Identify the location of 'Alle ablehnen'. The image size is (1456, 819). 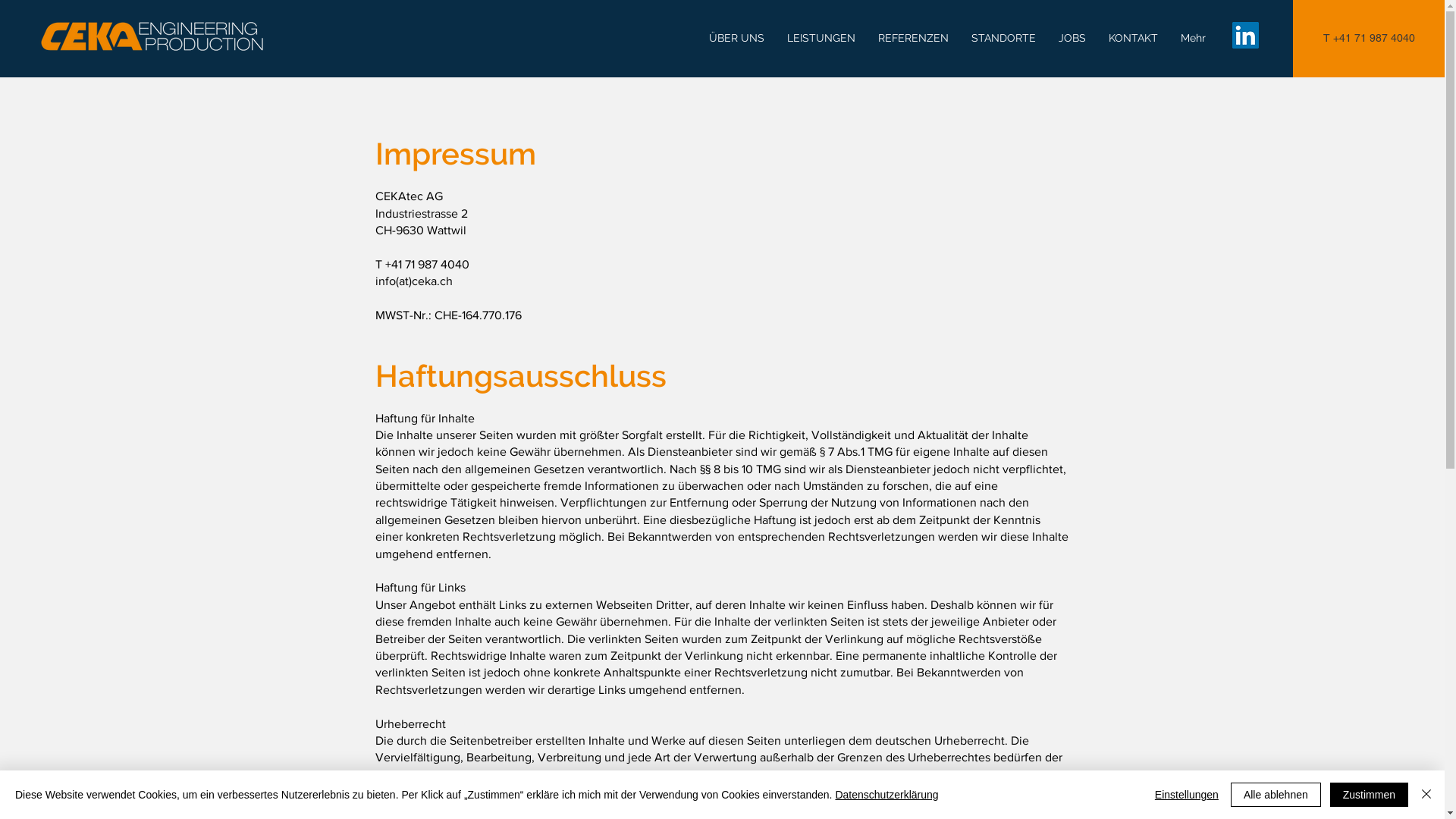
(1230, 794).